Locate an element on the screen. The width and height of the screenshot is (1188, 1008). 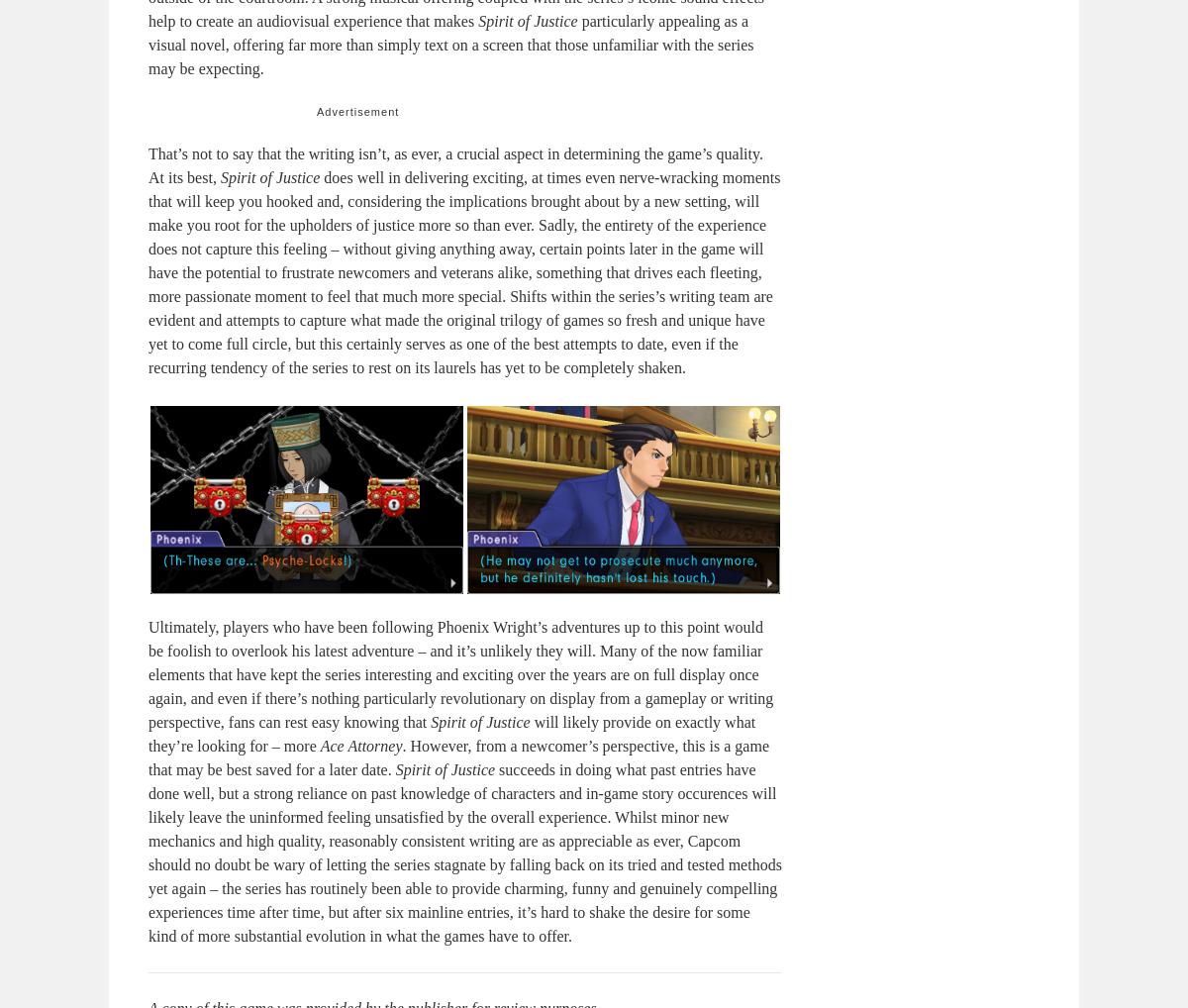
'succeeds in doing what past entries have done well, but a strong reliance on past knowledge of characters and in-game story occurences will likely leave the uninformed feeling unsatisfied by the overall experience. Whilst minor new mechanics and high quality, reasonably consistent writing are as appreciable as ever, Capcom should no doubt be wary of letting the series stagnate by falling back on its tried and tested methods yet again – the series has routinely been able to provide charming, funny and genuinely compelling experiences time after time, but after six mainline entries, it’s hard to shake the desire for some kind of more substantial evolution in what the games have to offer.' is located at coordinates (463, 852).